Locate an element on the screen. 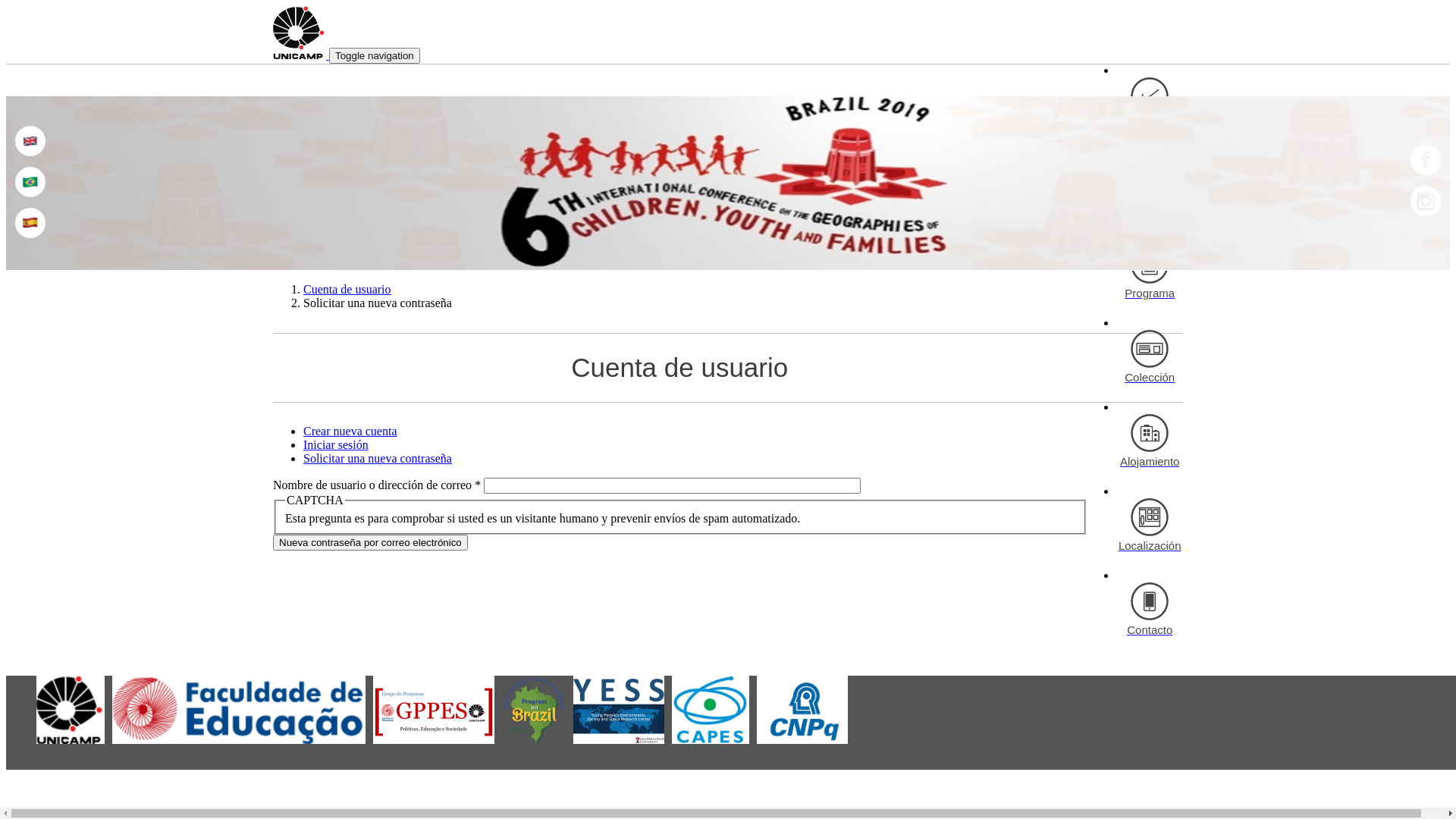  'Toggle navigation' is located at coordinates (375, 55).